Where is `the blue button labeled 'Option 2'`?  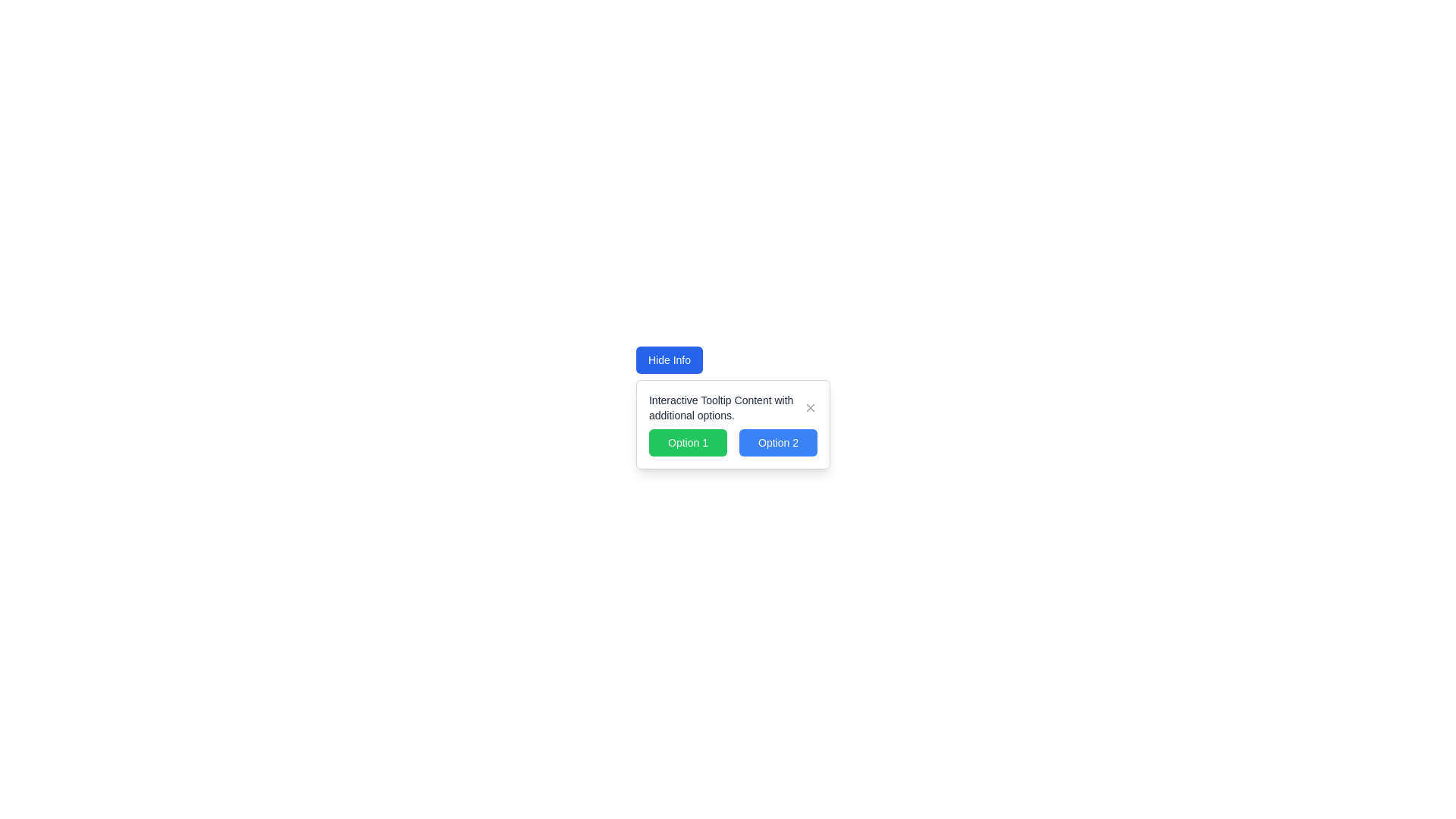 the blue button labeled 'Option 2' is located at coordinates (778, 442).